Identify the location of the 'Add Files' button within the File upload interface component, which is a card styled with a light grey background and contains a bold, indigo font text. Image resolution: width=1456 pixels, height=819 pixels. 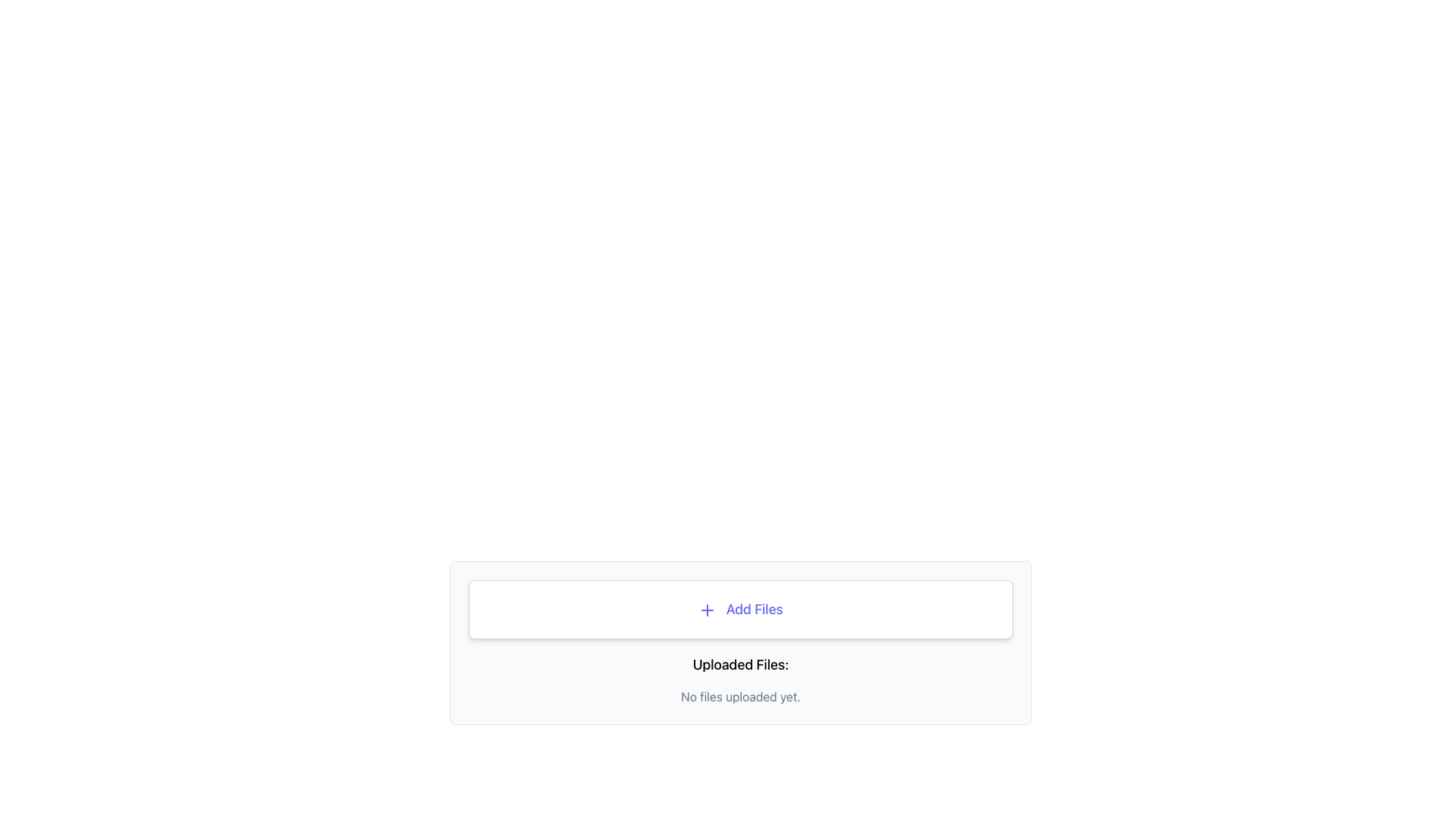
(741, 643).